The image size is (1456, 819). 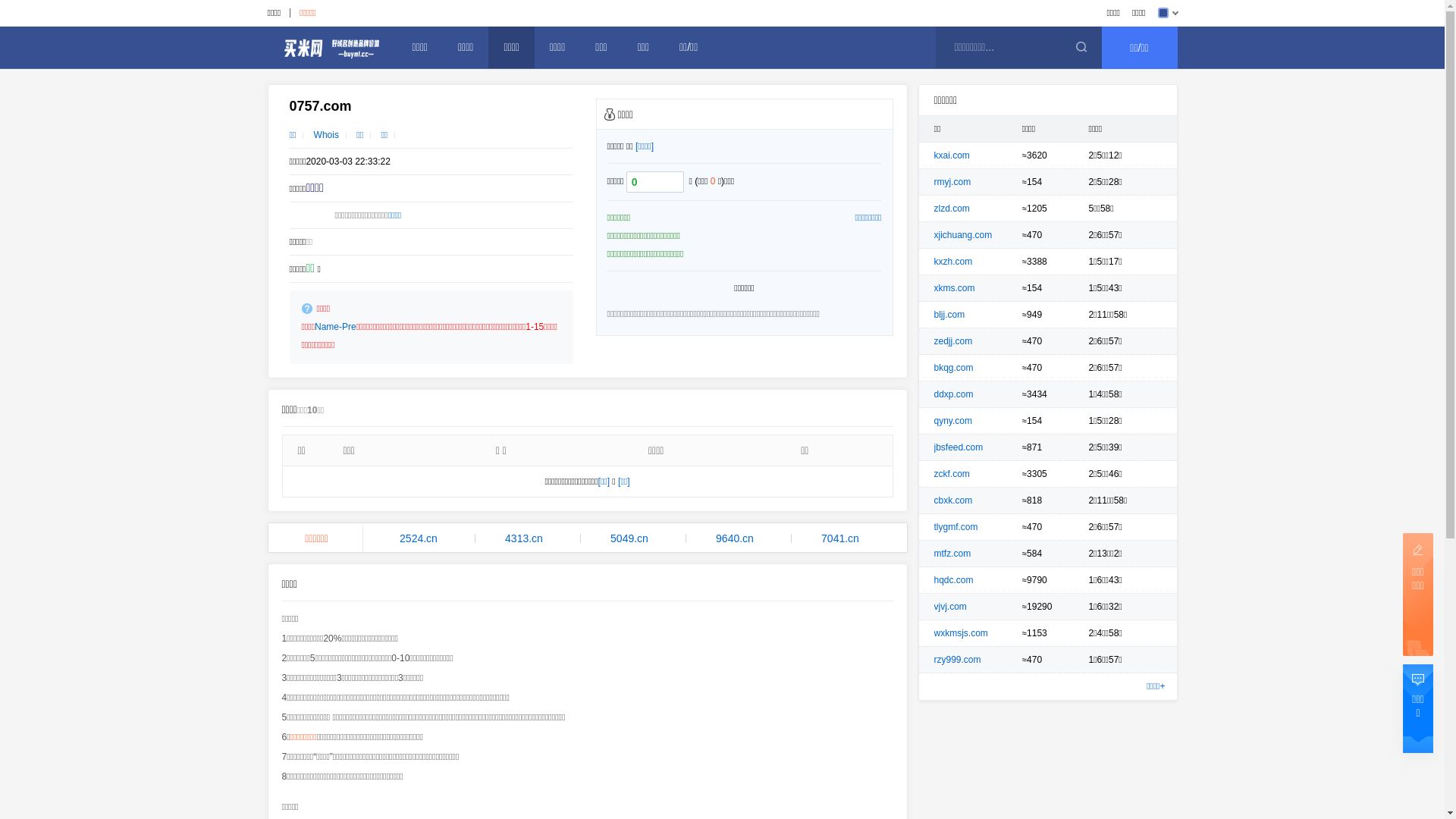 I want to click on 'Whois', so click(x=305, y=133).